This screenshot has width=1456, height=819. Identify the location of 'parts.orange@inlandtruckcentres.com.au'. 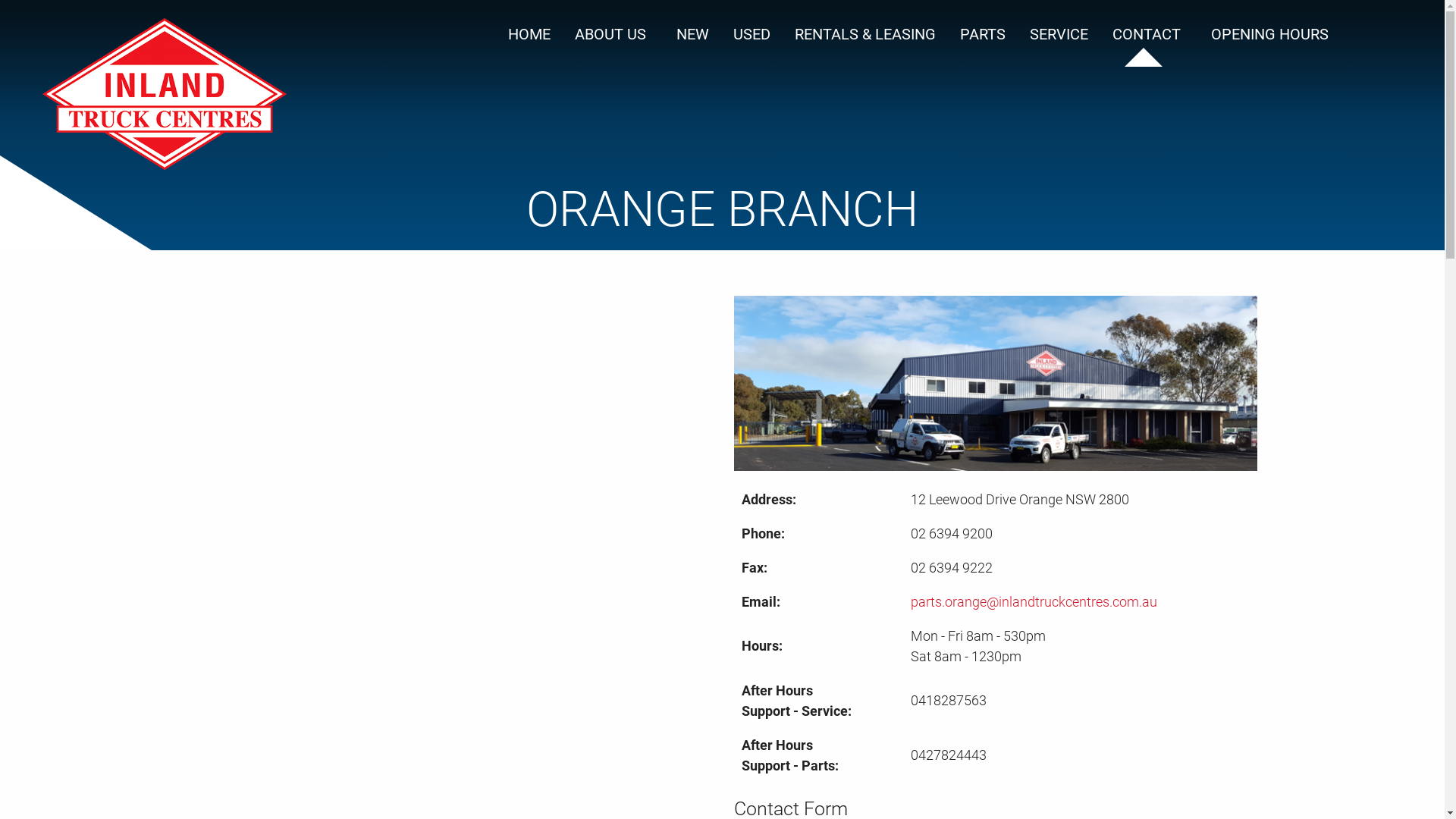
(1033, 601).